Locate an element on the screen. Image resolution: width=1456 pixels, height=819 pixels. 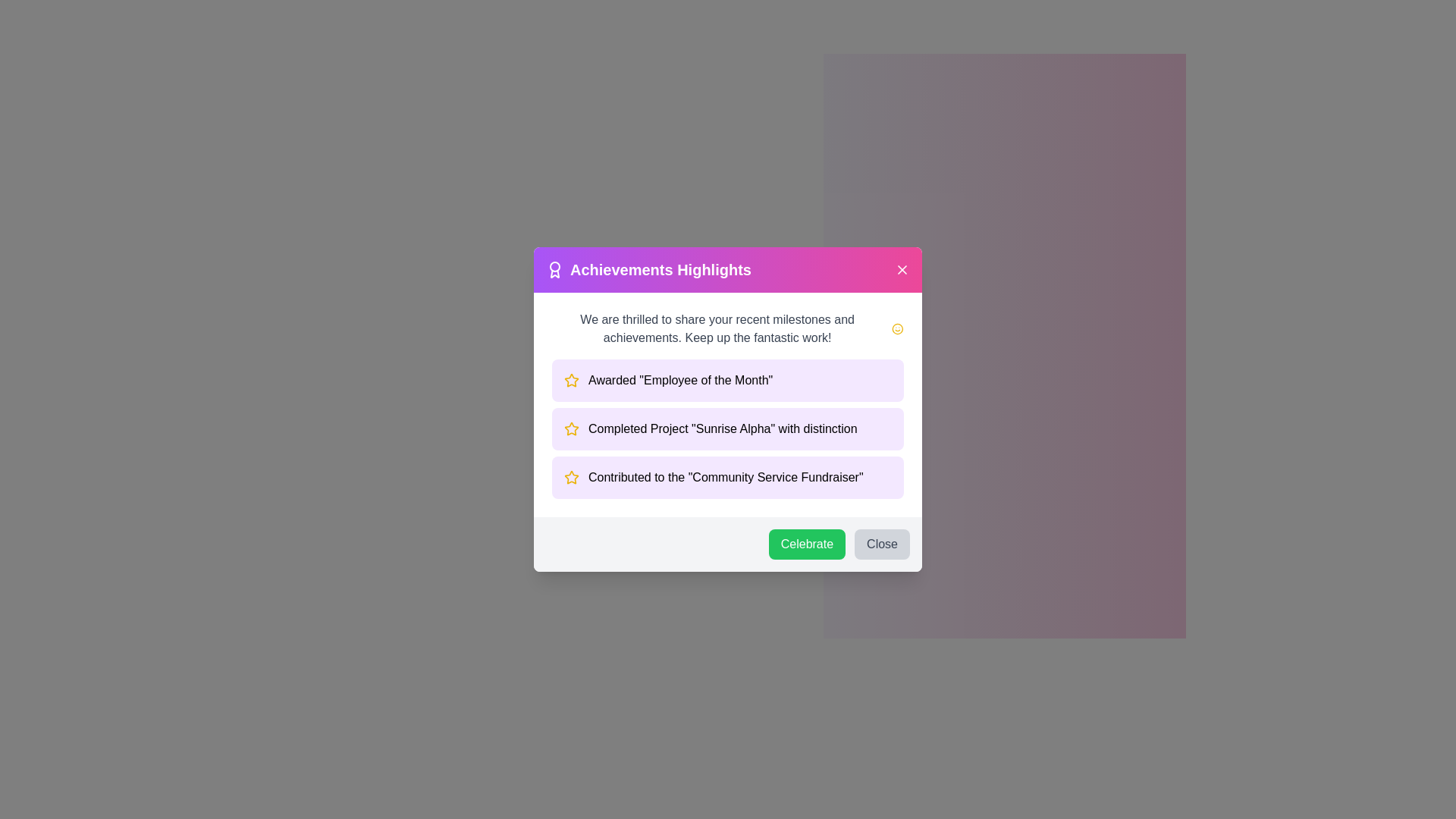
the close button icon located at the top-right corner of the dialog's header is located at coordinates (902, 268).